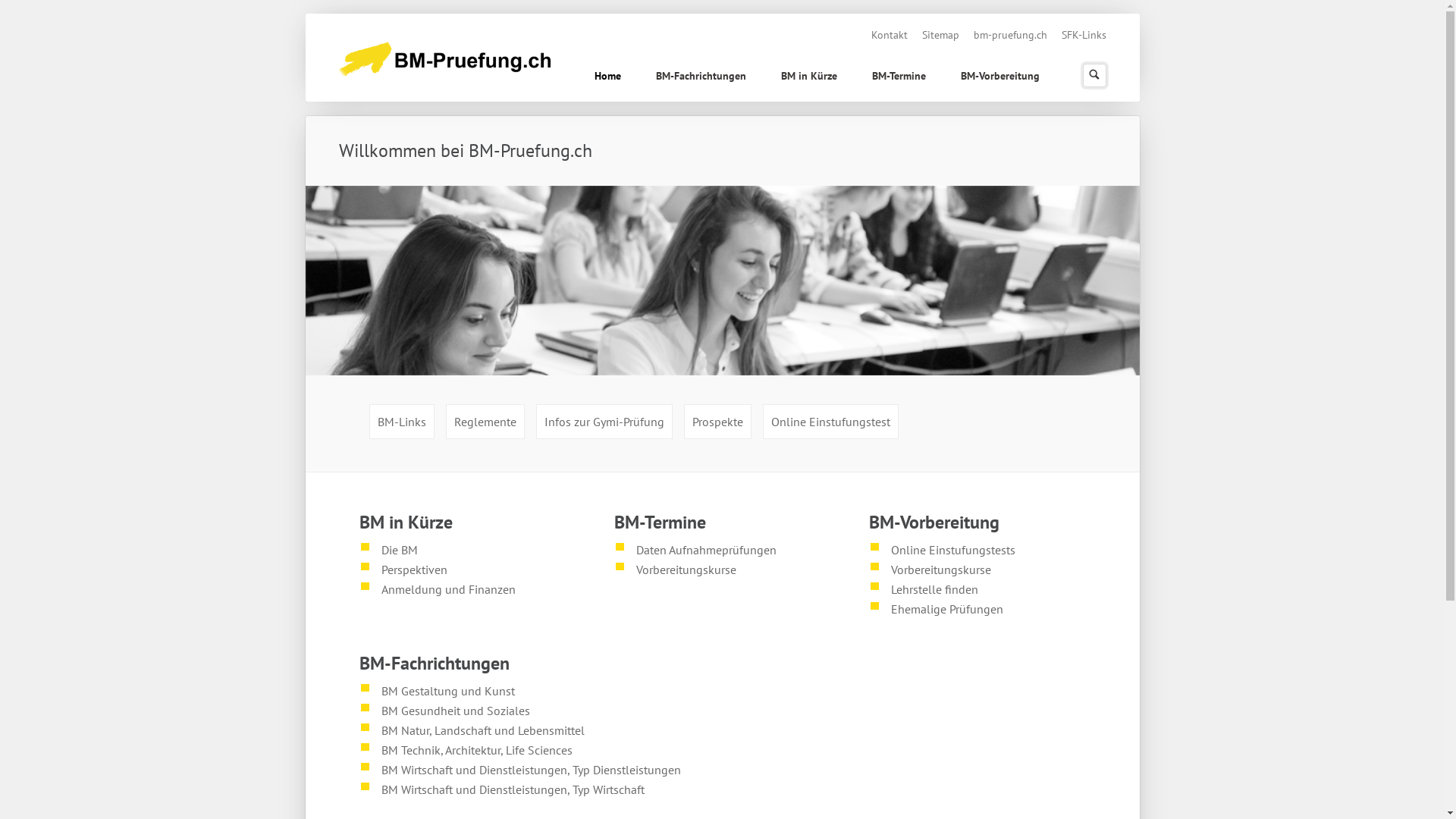 This screenshot has width=1456, height=819. I want to click on ' ', so click(1037, 61).